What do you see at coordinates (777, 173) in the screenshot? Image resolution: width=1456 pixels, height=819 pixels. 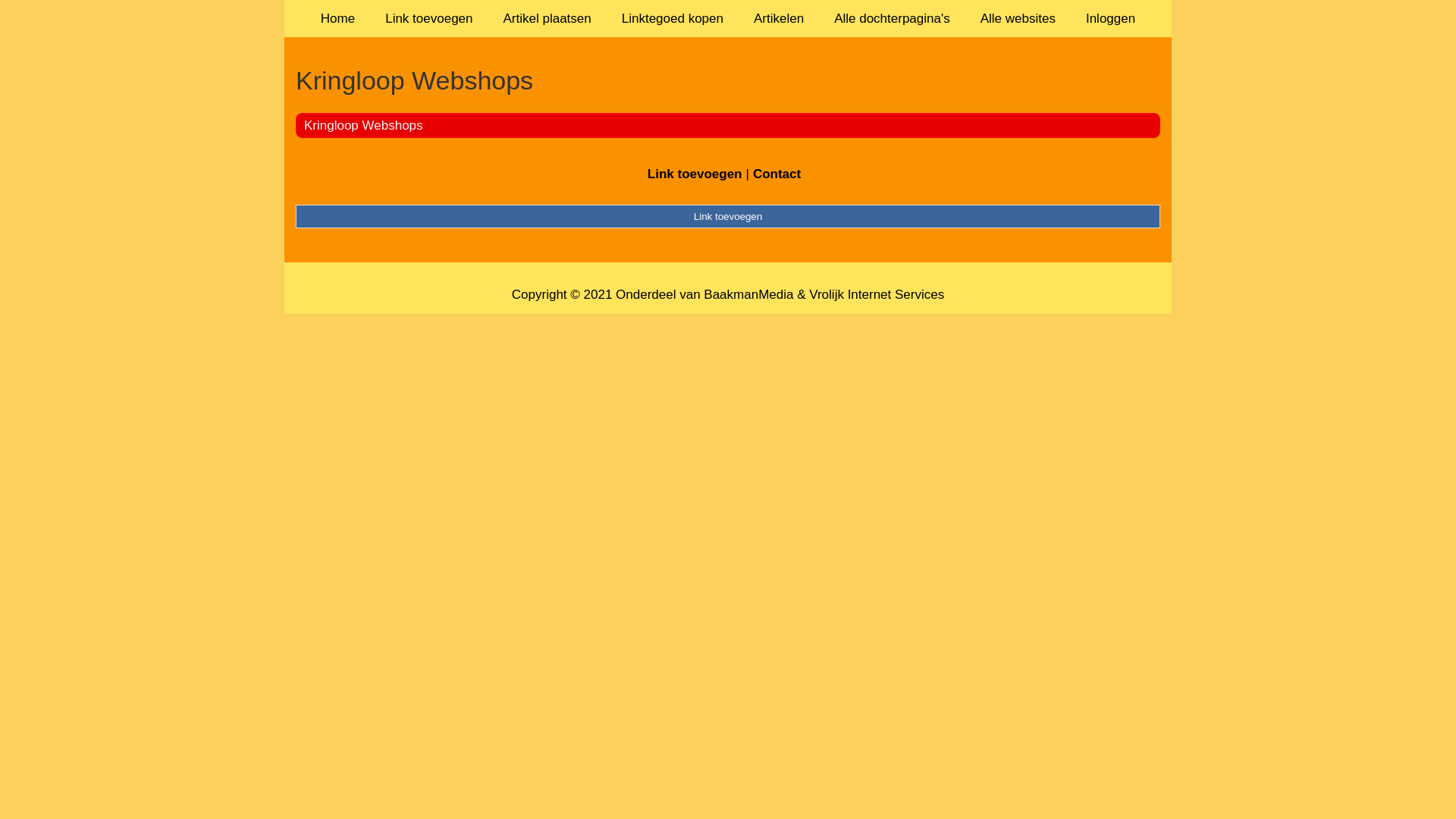 I see `'Contact'` at bounding box center [777, 173].